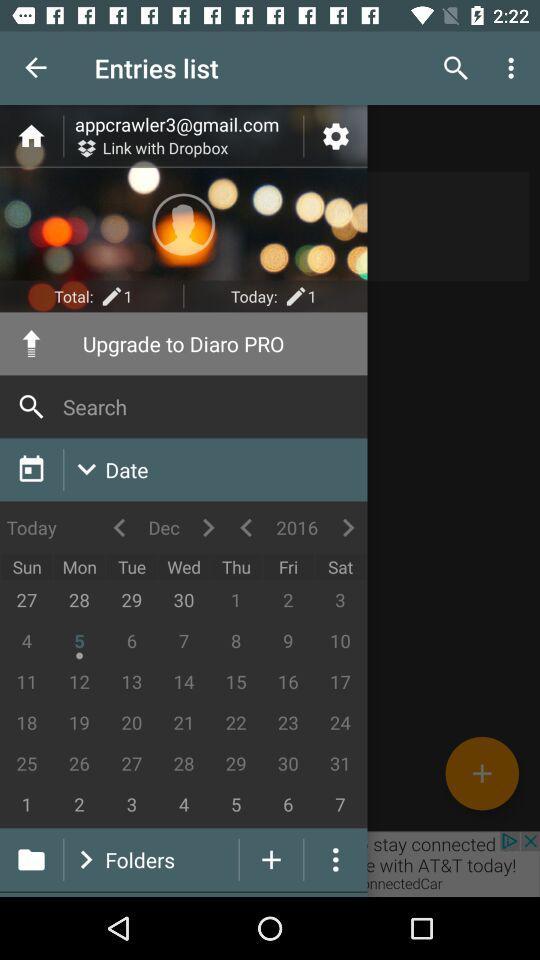 Image resolution: width=540 pixels, height=960 pixels. I want to click on tap on number 30 shown below wed, so click(184, 600).